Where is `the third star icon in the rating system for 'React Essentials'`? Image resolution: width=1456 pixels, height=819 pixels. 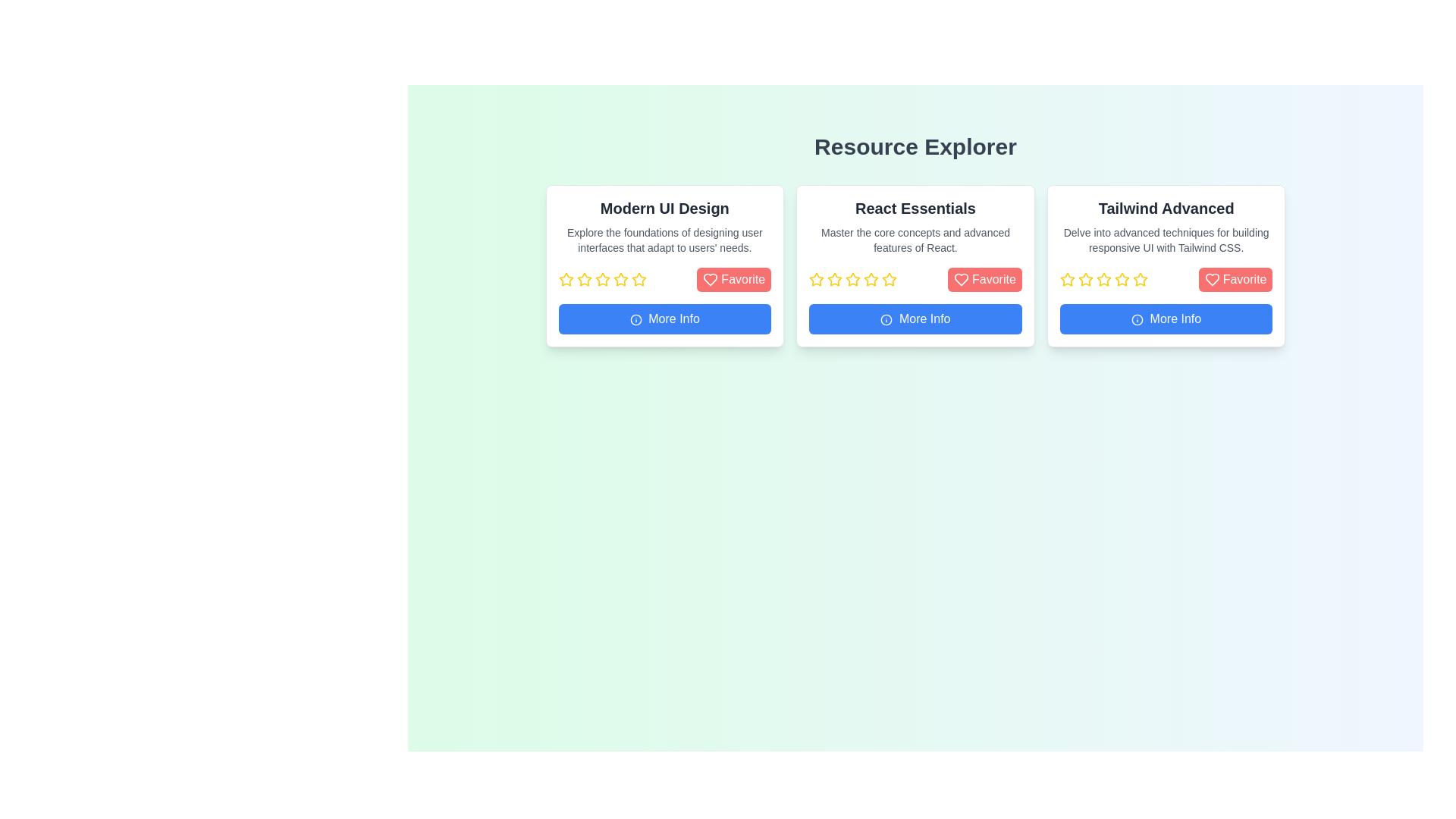
the third star icon in the rating system for 'React Essentials' is located at coordinates (853, 279).